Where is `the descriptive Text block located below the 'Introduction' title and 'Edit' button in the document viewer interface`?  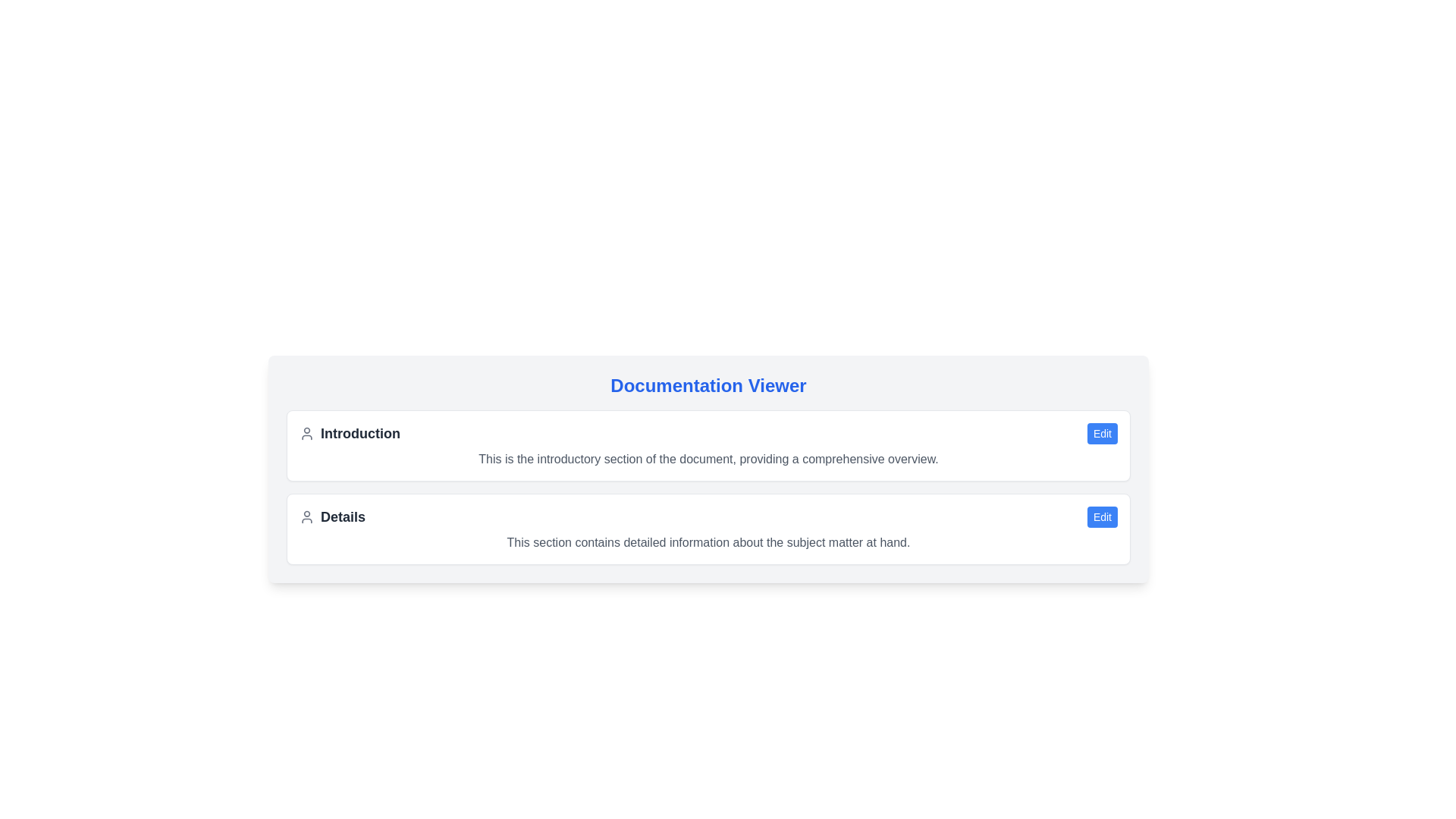 the descriptive Text block located below the 'Introduction' title and 'Edit' button in the document viewer interface is located at coordinates (708, 458).